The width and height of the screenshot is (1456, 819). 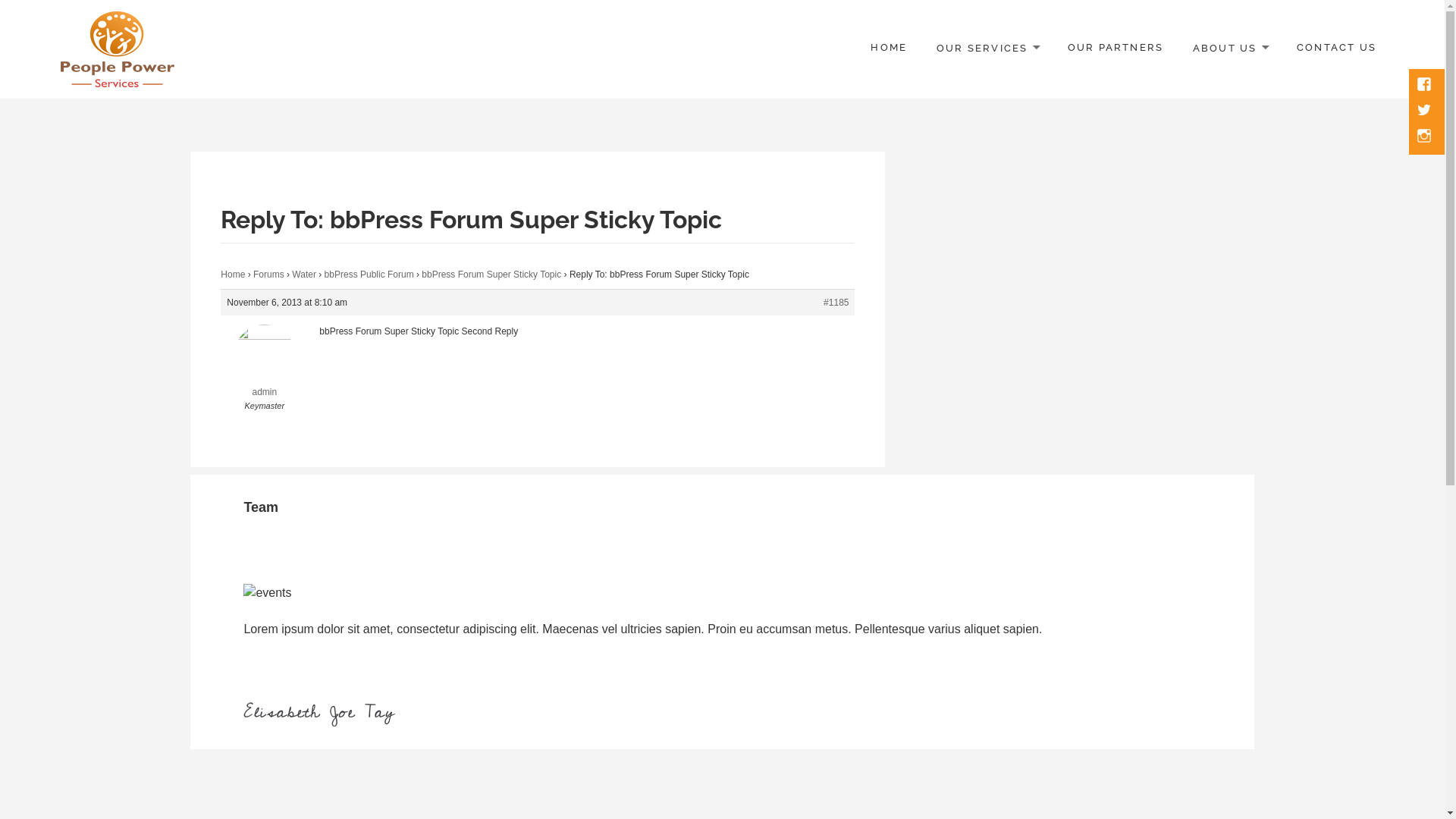 I want to click on 'bbPress Forum Super Sticky Topic', so click(x=422, y=275).